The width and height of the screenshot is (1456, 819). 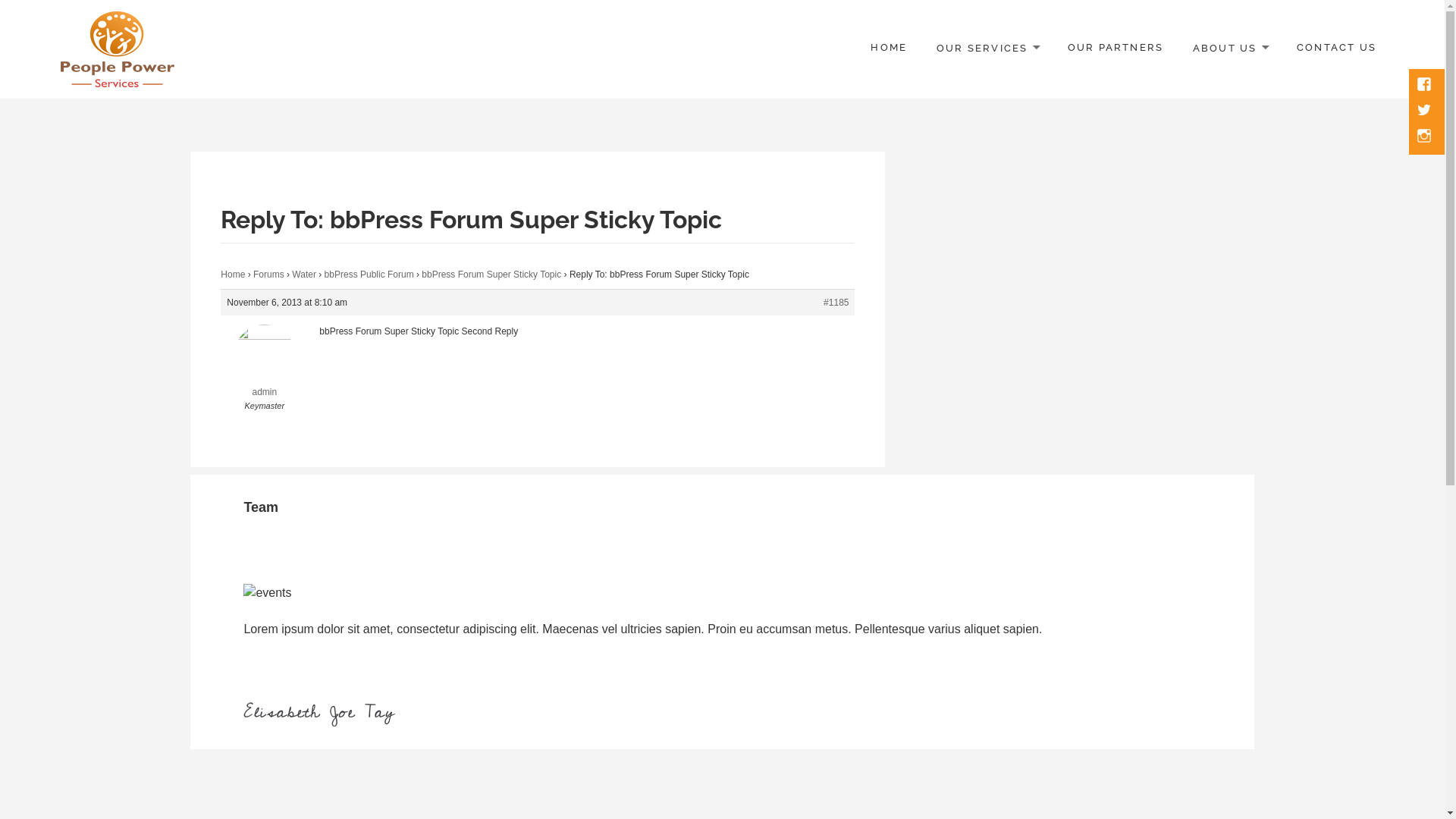 I want to click on 'bbPress Forum Super Sticky Topic', so click(x=422, y=275).